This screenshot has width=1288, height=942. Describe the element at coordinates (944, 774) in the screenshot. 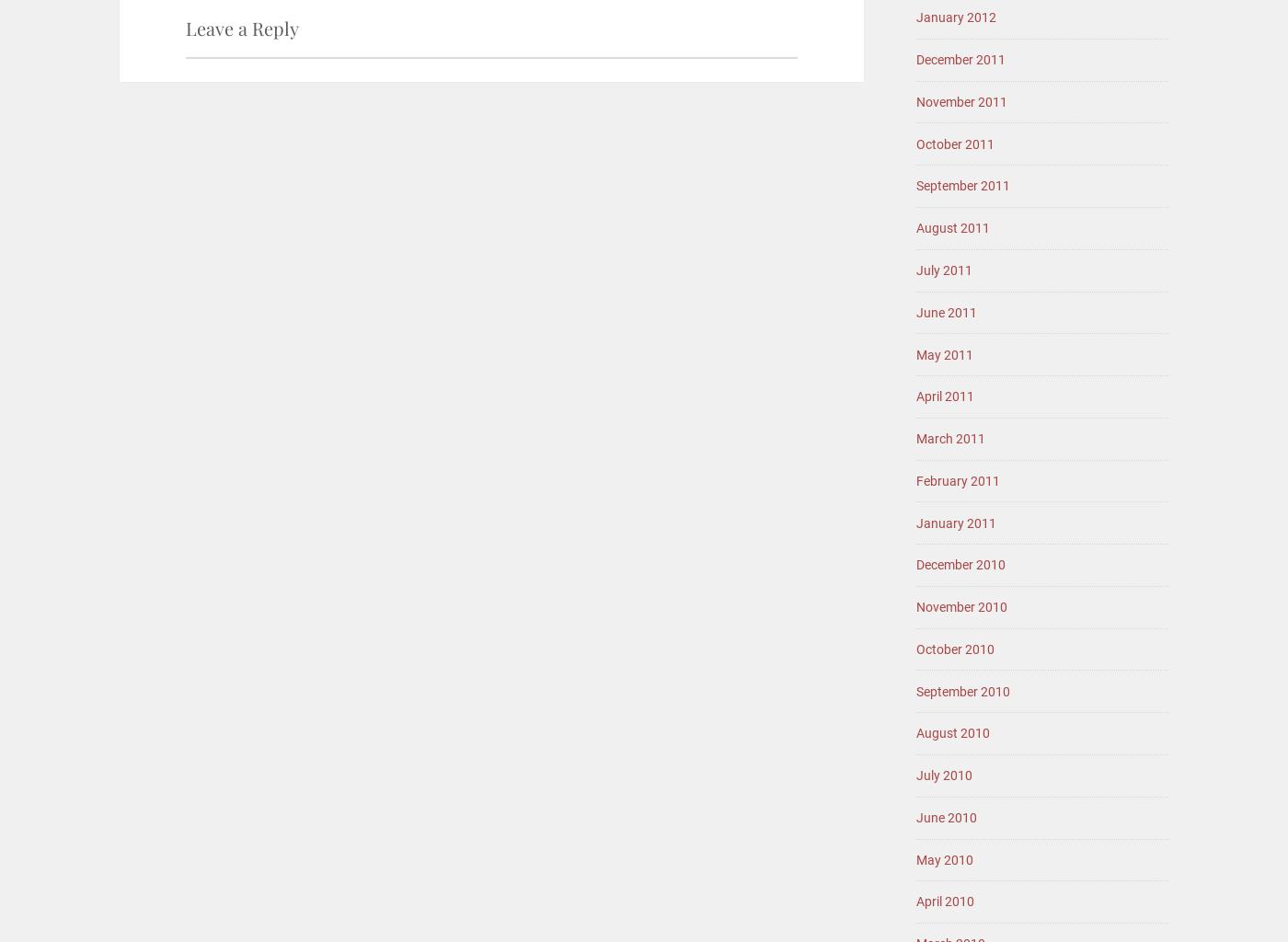

I see `'July 2010'` at that location.